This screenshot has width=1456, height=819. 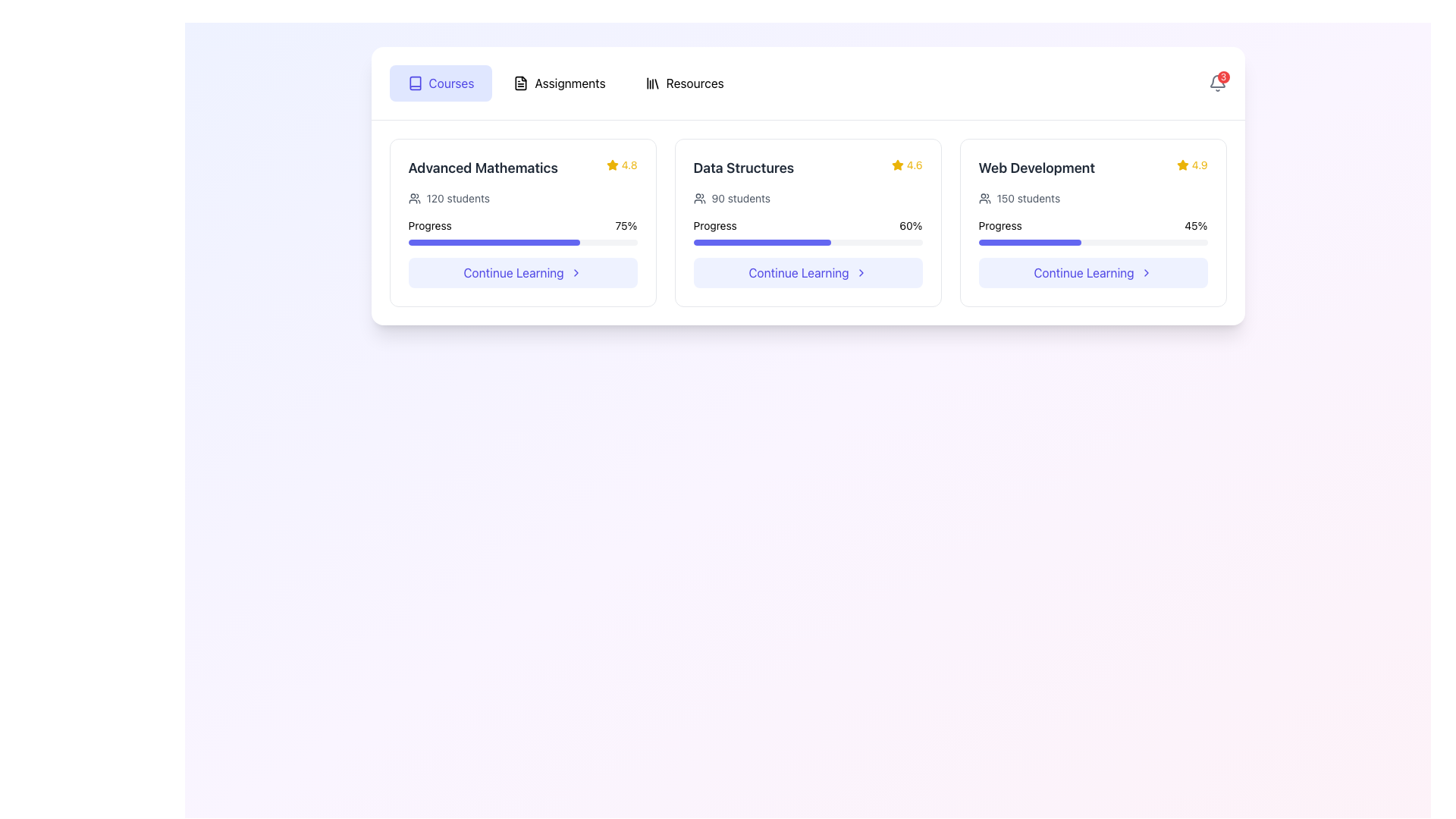 I want to click on the 'Assignments' navigation button located, so click(x=559, y=83).